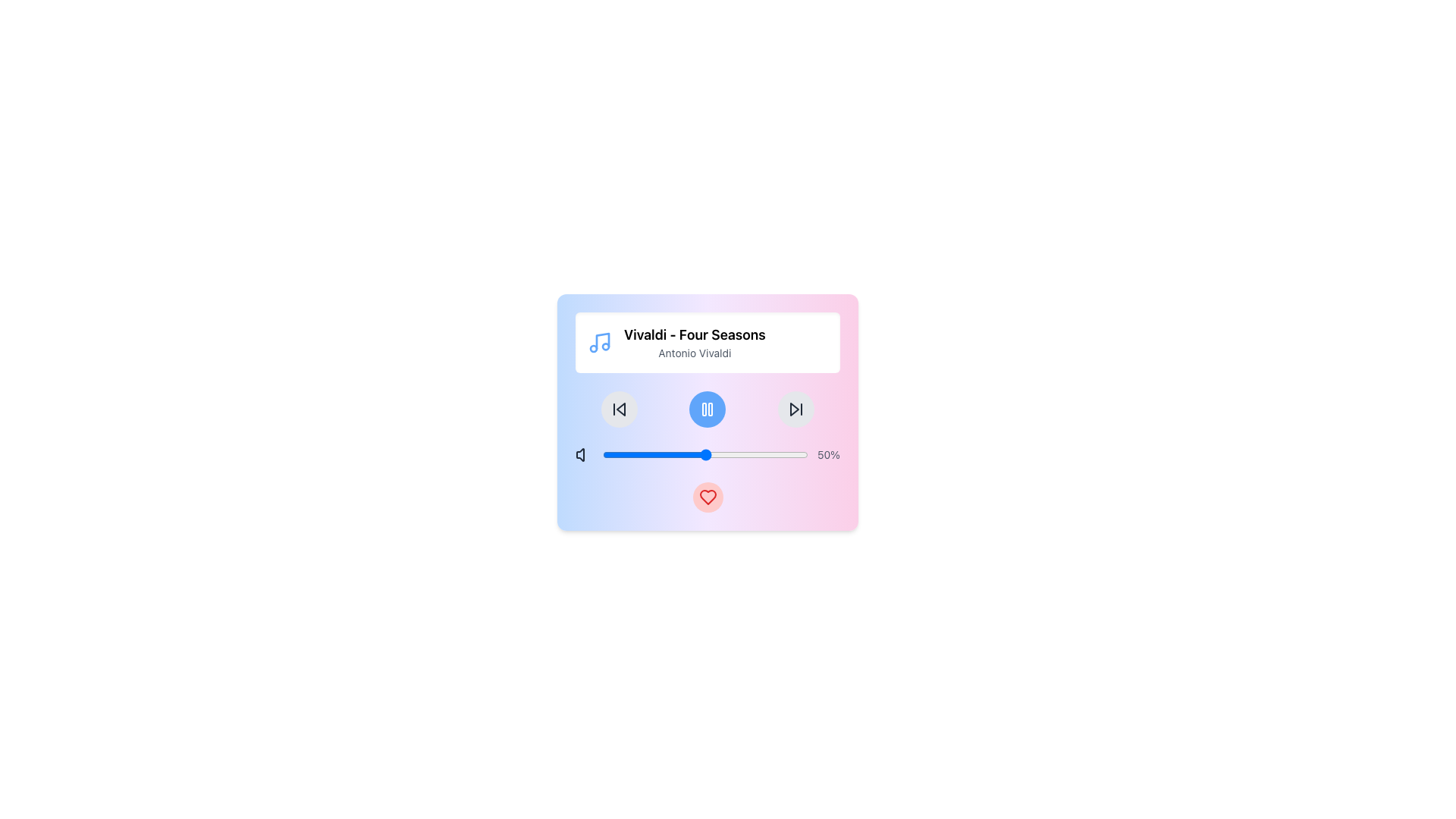  I want to click on the heart-shaped button with a light red background located at the bottom of the card interface, so click(707, 497).